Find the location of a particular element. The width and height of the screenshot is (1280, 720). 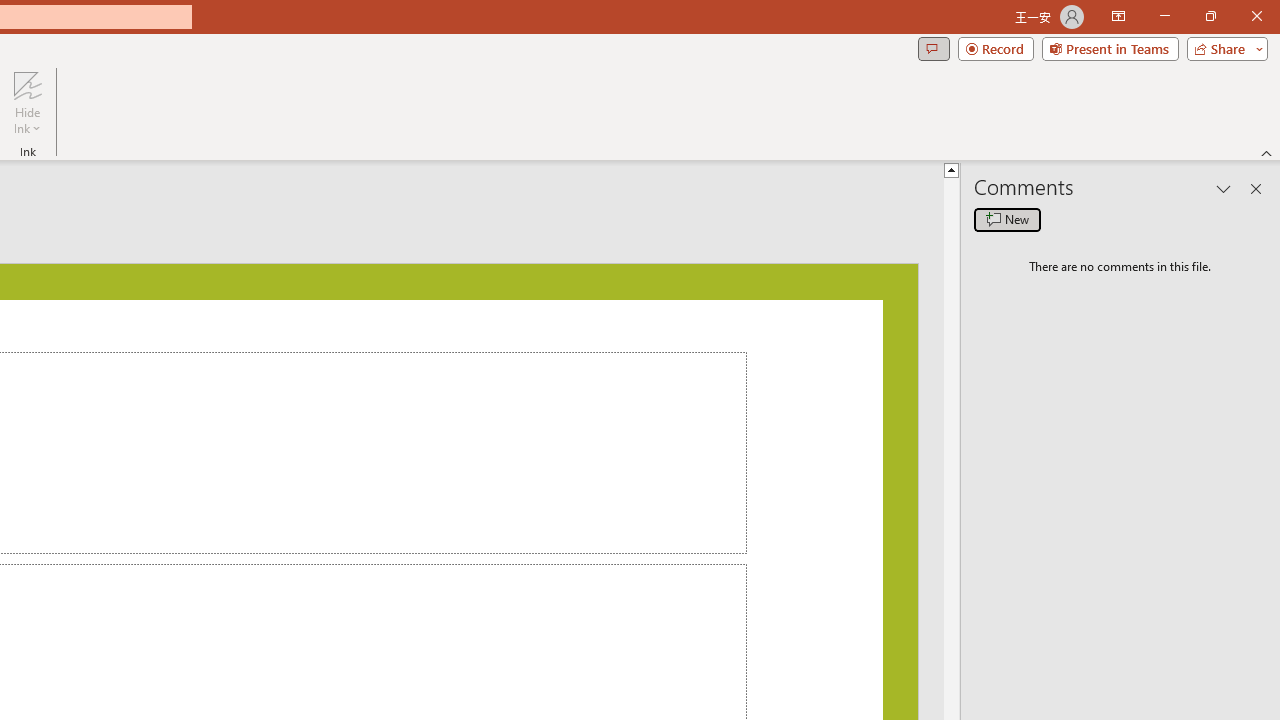

'New comment' is located at coordinates (1007, 219).